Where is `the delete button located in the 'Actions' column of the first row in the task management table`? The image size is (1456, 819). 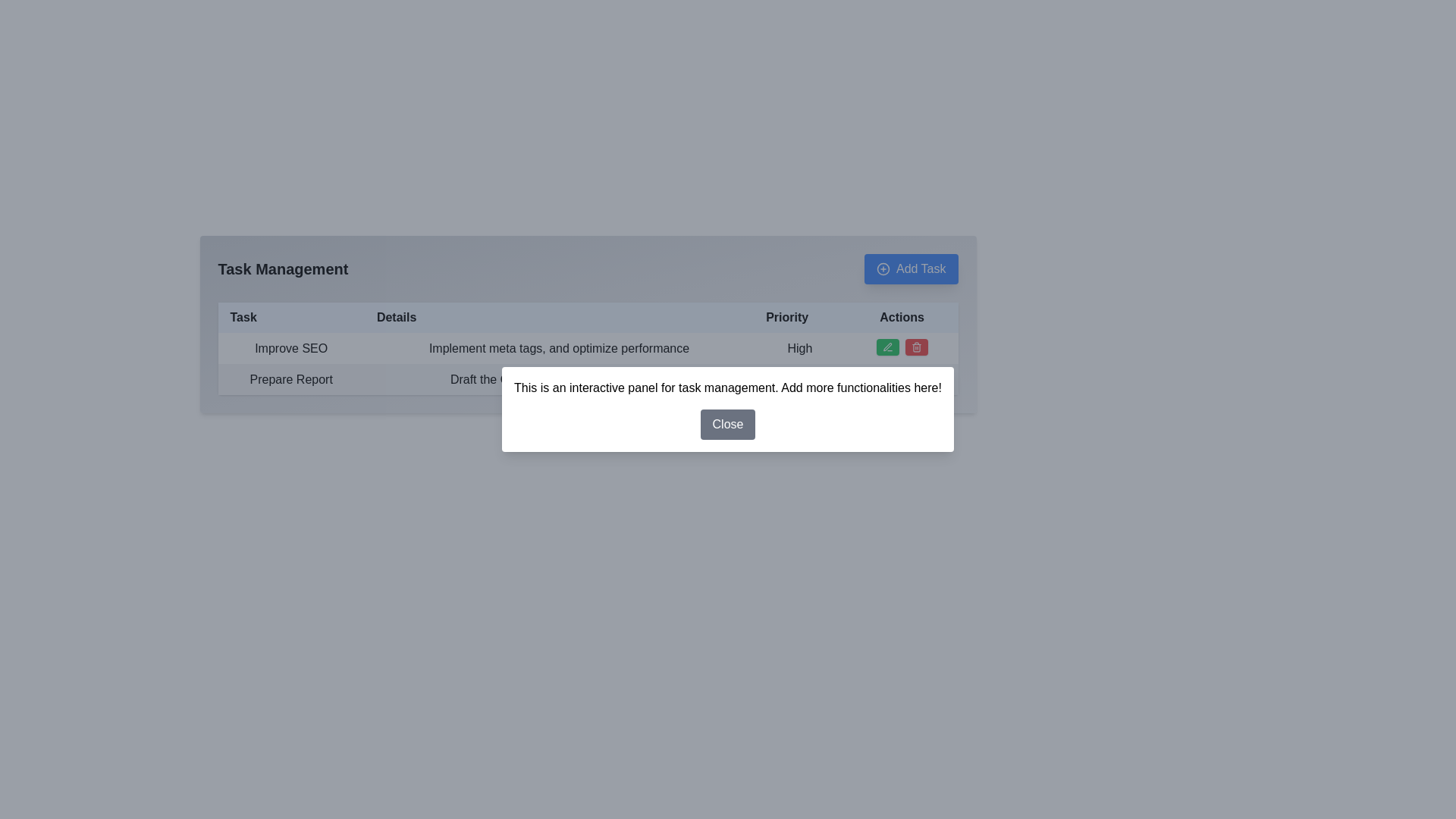 the delete button located in the 'Actions' column of the first row in the task management table is located at coordinates (915, 347).